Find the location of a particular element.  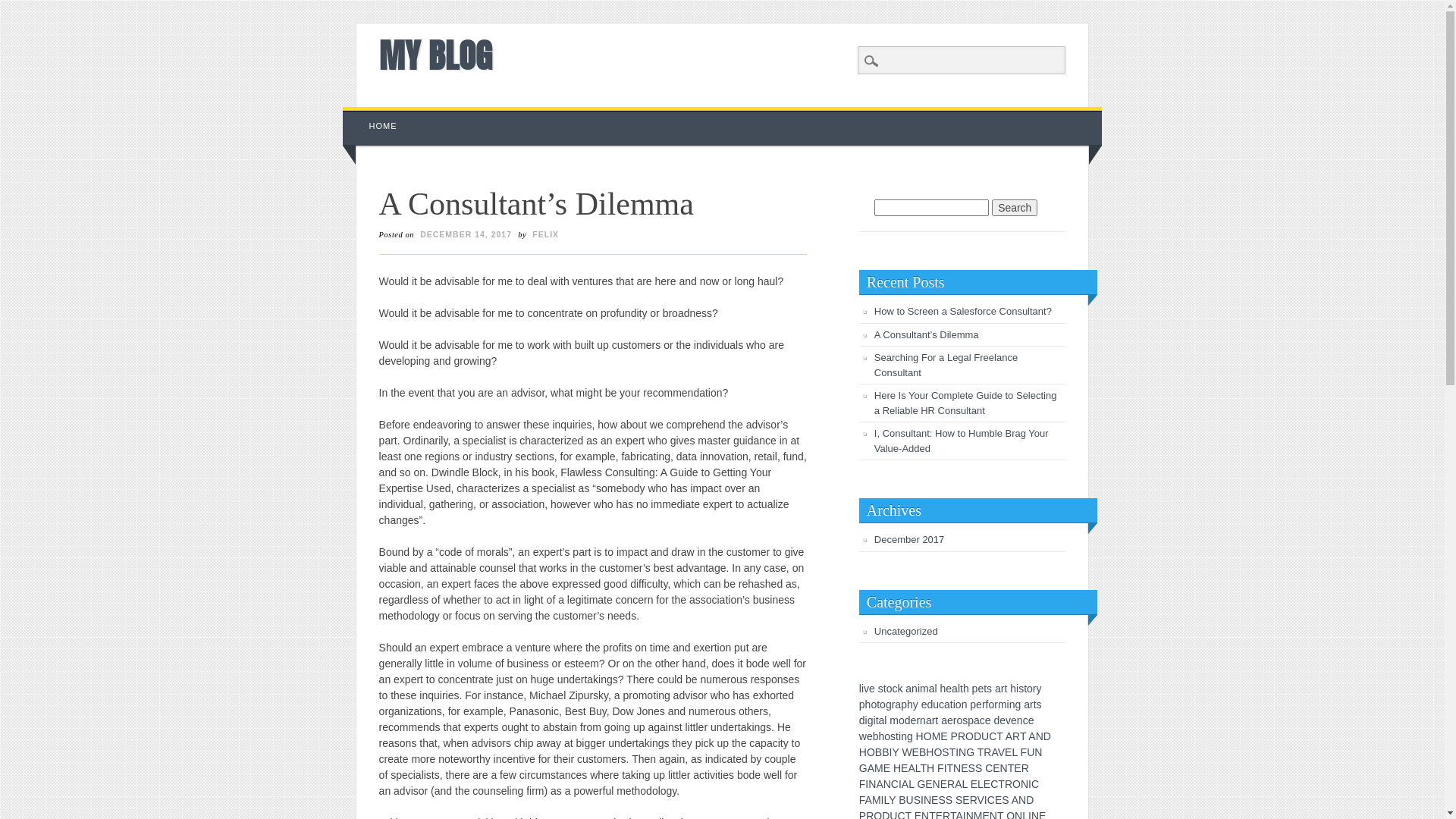

'H' is located at coordinates (919, 736).